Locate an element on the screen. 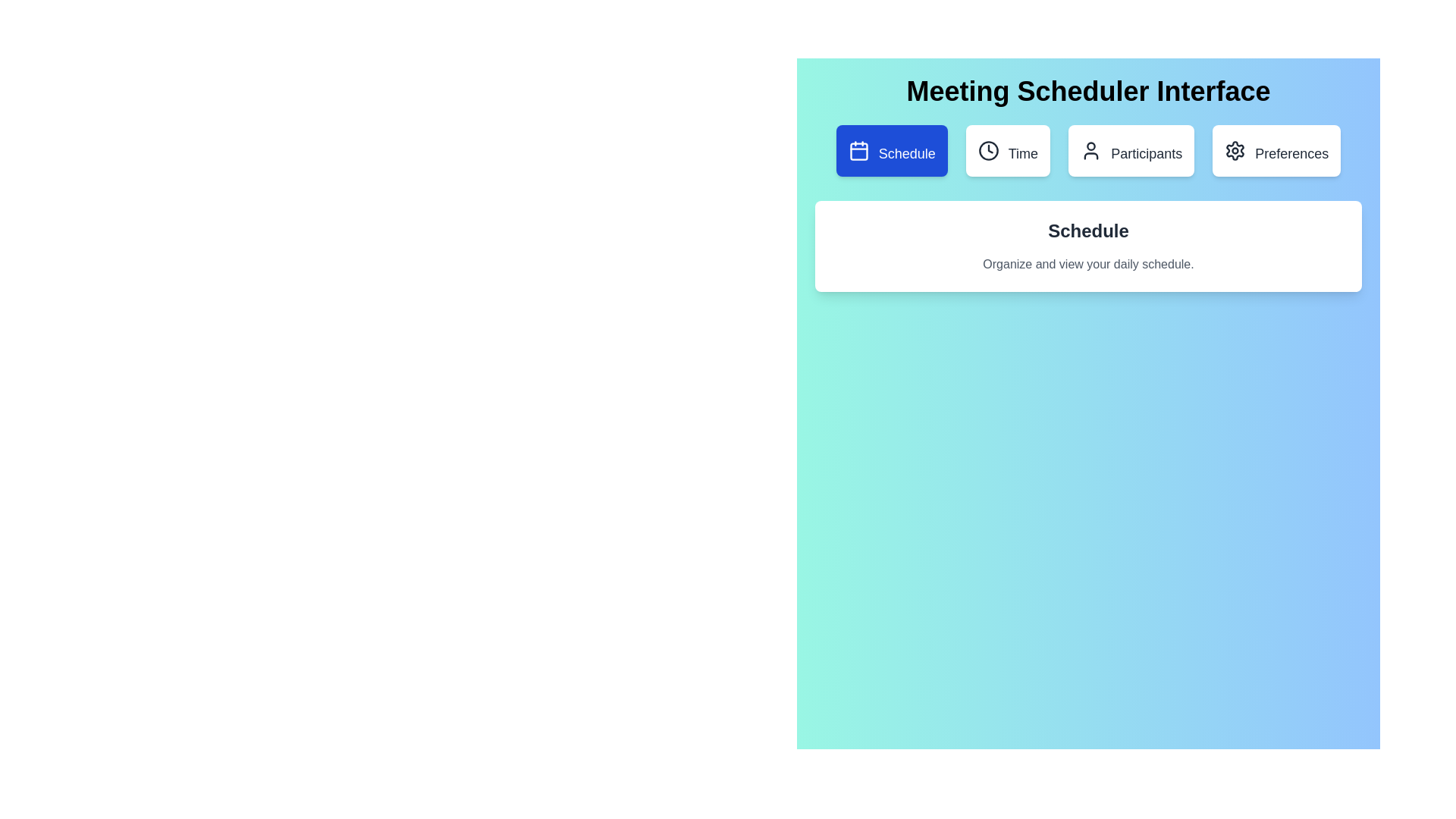 The height and width of the screenshot is (819, 1456). the blue 'Schedule' button that contains the calendar icon, which is a rectangular shape with rounded corners is located at coordinates (858, 152).